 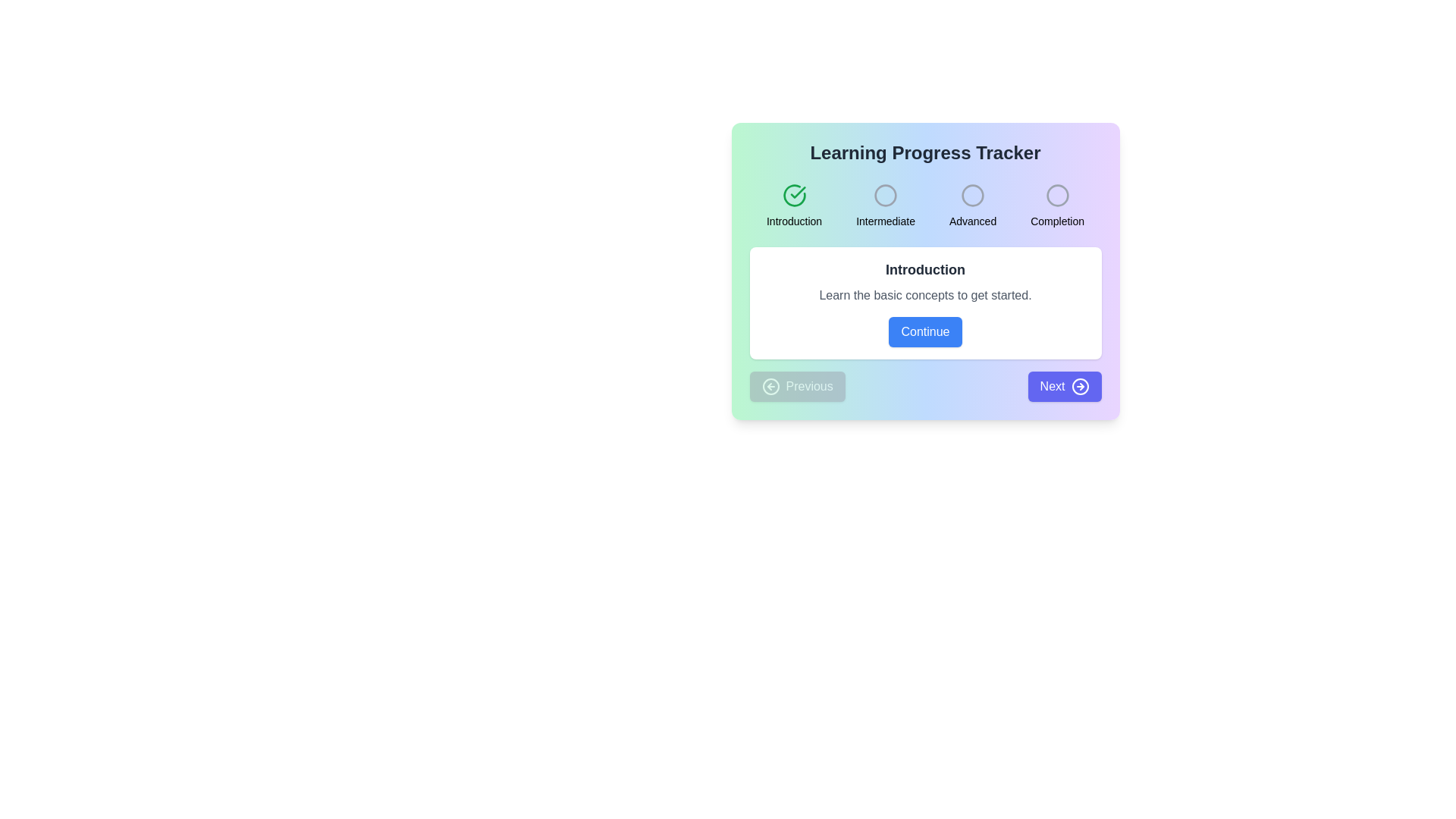 I want to click on the circular outline icon with a light gray stroke, located above the 'Advanced' label in the progress tracker interface, so click(x=973, y=195).